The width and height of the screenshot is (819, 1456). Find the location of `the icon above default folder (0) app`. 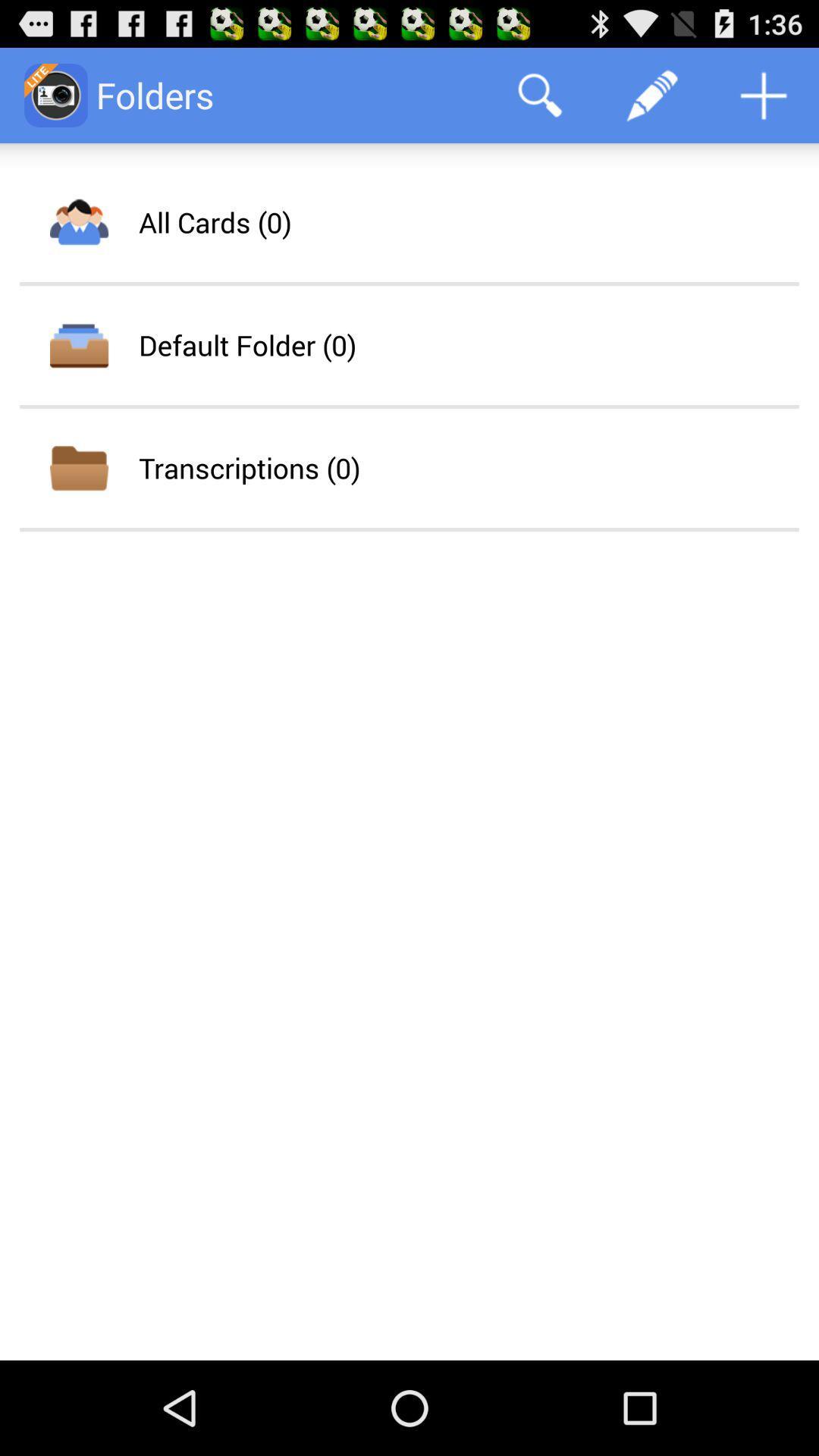

the icon above default folder (0) app is located at coordinates (215, 221).